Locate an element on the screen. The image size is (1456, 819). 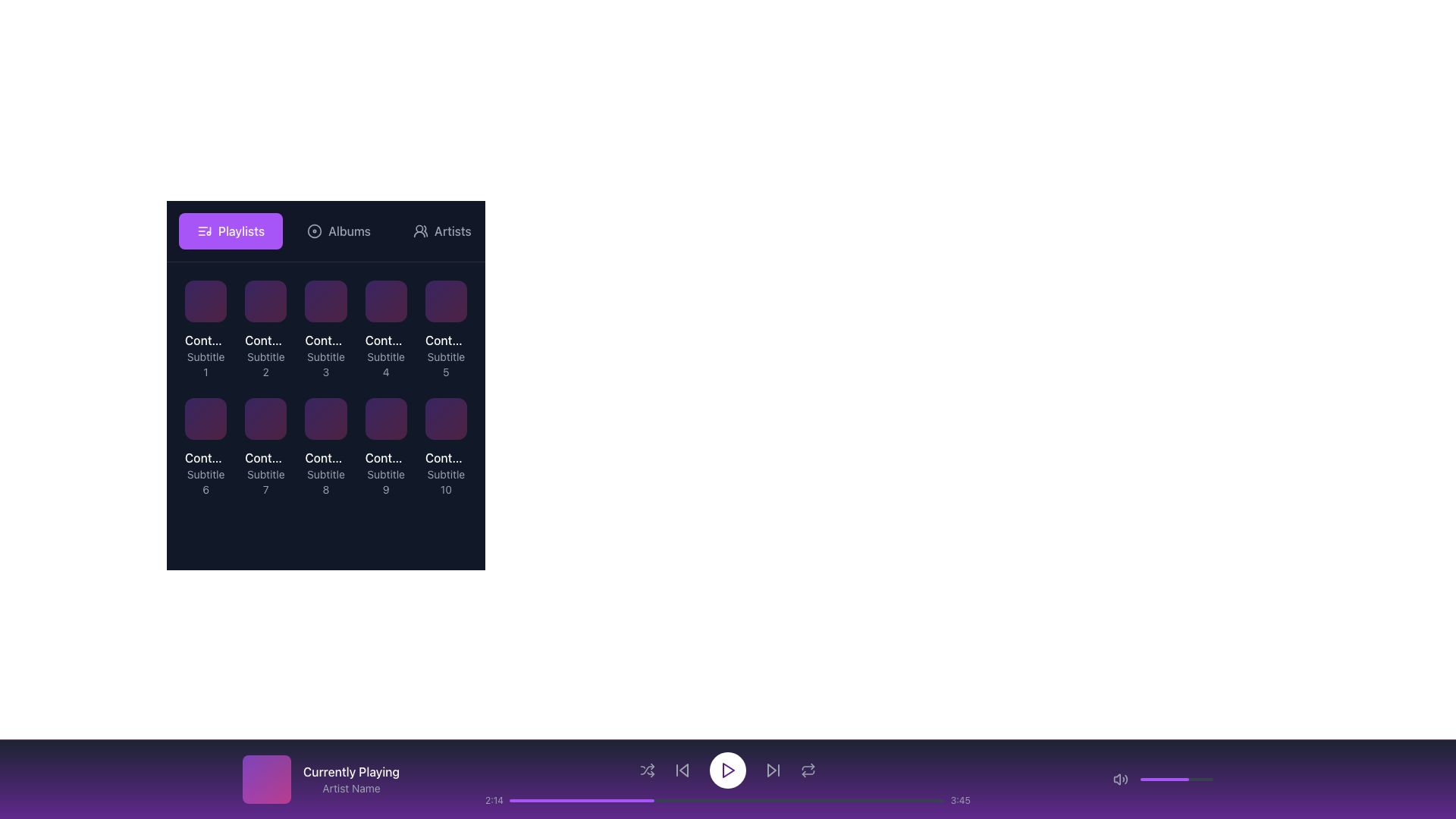
the play button located at the center of the circular button in the bottom control bar of the media player interface is located at coordinates (728, 770).